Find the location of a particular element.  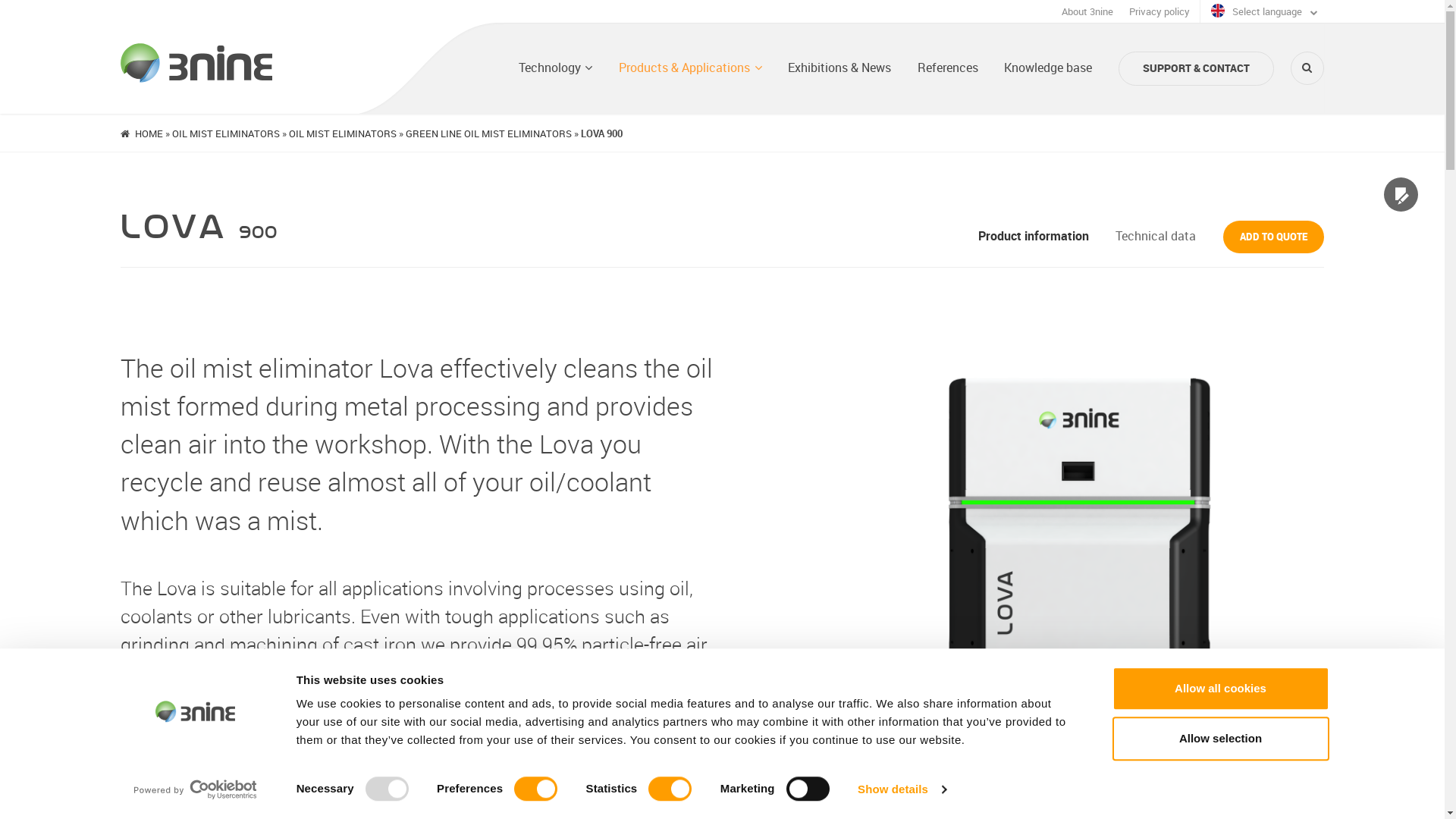

'Technology' is located at coordinates (555, 67).